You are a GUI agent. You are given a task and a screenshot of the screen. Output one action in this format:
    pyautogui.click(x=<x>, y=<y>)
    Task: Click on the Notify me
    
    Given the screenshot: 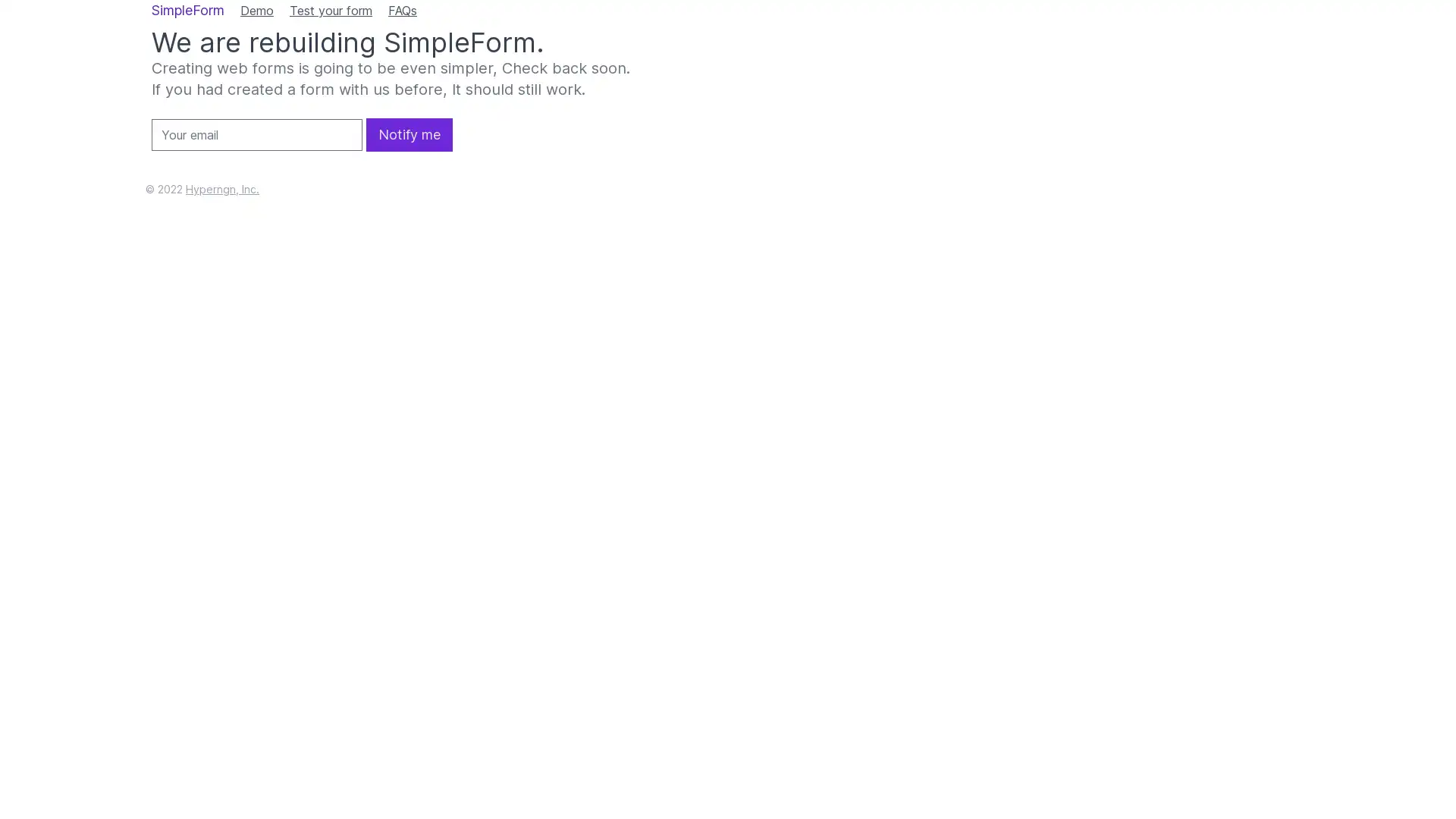 What is the action you would take?
    pyautogui.click(x=409, y=133)
    